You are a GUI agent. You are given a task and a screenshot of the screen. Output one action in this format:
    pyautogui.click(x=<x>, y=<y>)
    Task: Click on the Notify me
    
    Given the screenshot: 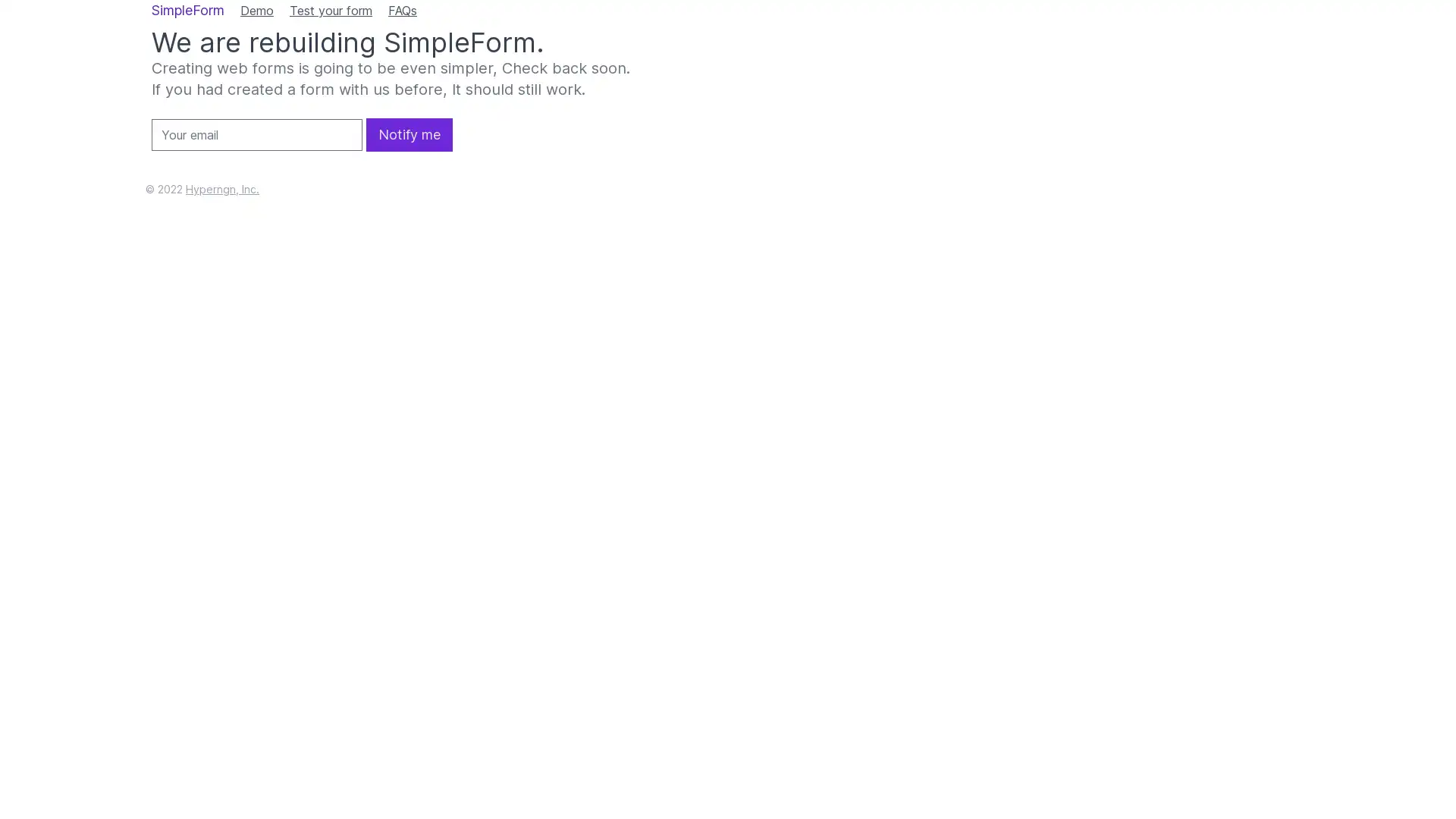 What is the action you would take?
    pyautogui.click(x=409, y=133)
    